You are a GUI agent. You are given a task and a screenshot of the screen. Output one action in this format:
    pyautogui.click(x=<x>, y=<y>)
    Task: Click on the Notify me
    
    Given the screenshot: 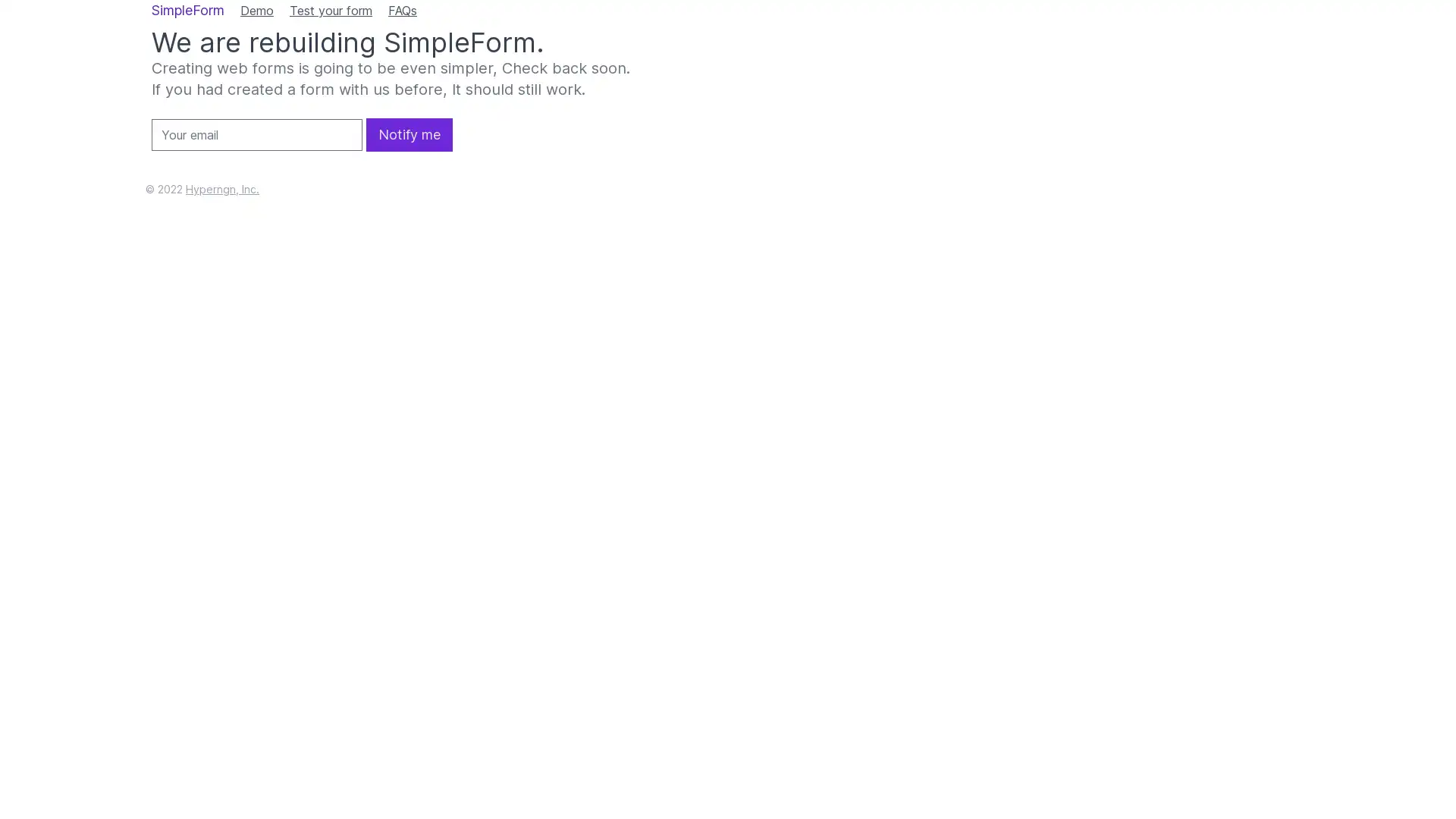 What is the action you would take?
    pyautogui.click(x=409, y=133)
    